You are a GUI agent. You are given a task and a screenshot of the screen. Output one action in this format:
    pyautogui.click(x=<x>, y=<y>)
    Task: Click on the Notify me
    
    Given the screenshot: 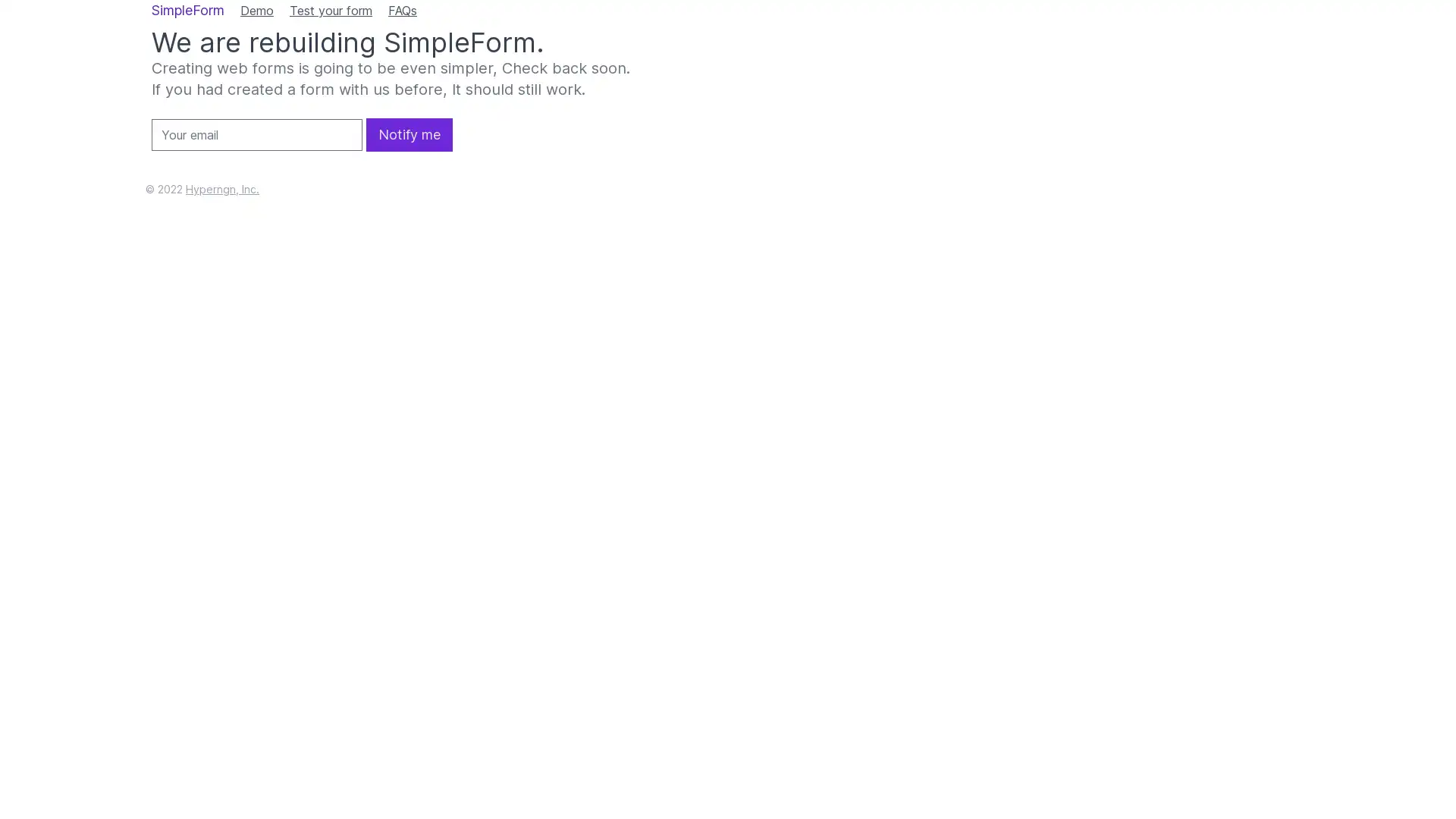 What is the action you would take?
    pyautogui.click(x=409, y=133)
    